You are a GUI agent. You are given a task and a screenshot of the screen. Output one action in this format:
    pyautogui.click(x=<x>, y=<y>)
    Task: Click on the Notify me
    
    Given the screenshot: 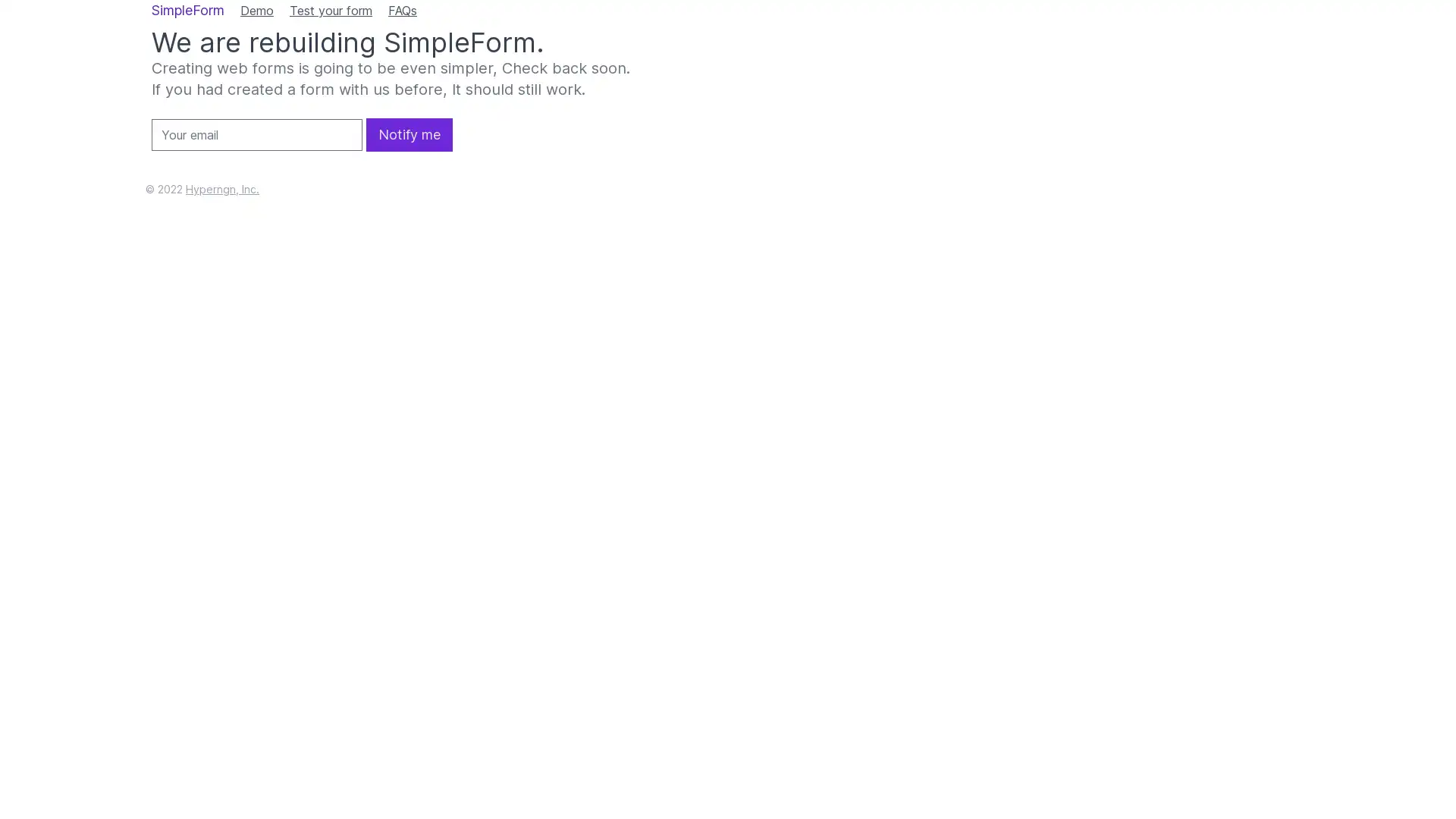 What is the action you would take?
    pyautogui.click(x=409, y=133)
    